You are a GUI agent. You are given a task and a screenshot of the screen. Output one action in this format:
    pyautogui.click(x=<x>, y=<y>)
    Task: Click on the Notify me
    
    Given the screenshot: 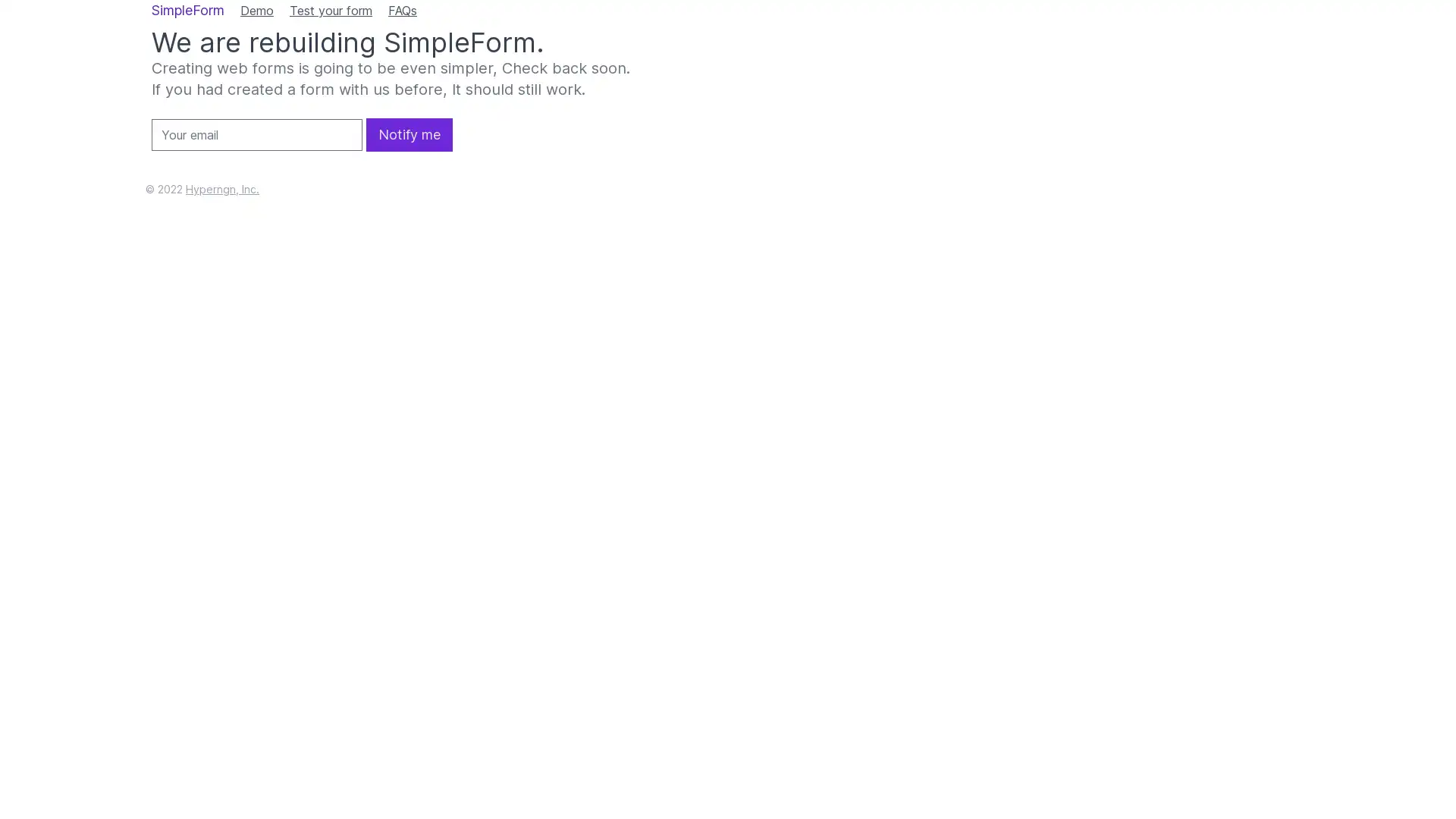 What is the action you would take?
    pyautogui.click(x=409, y=133)
    